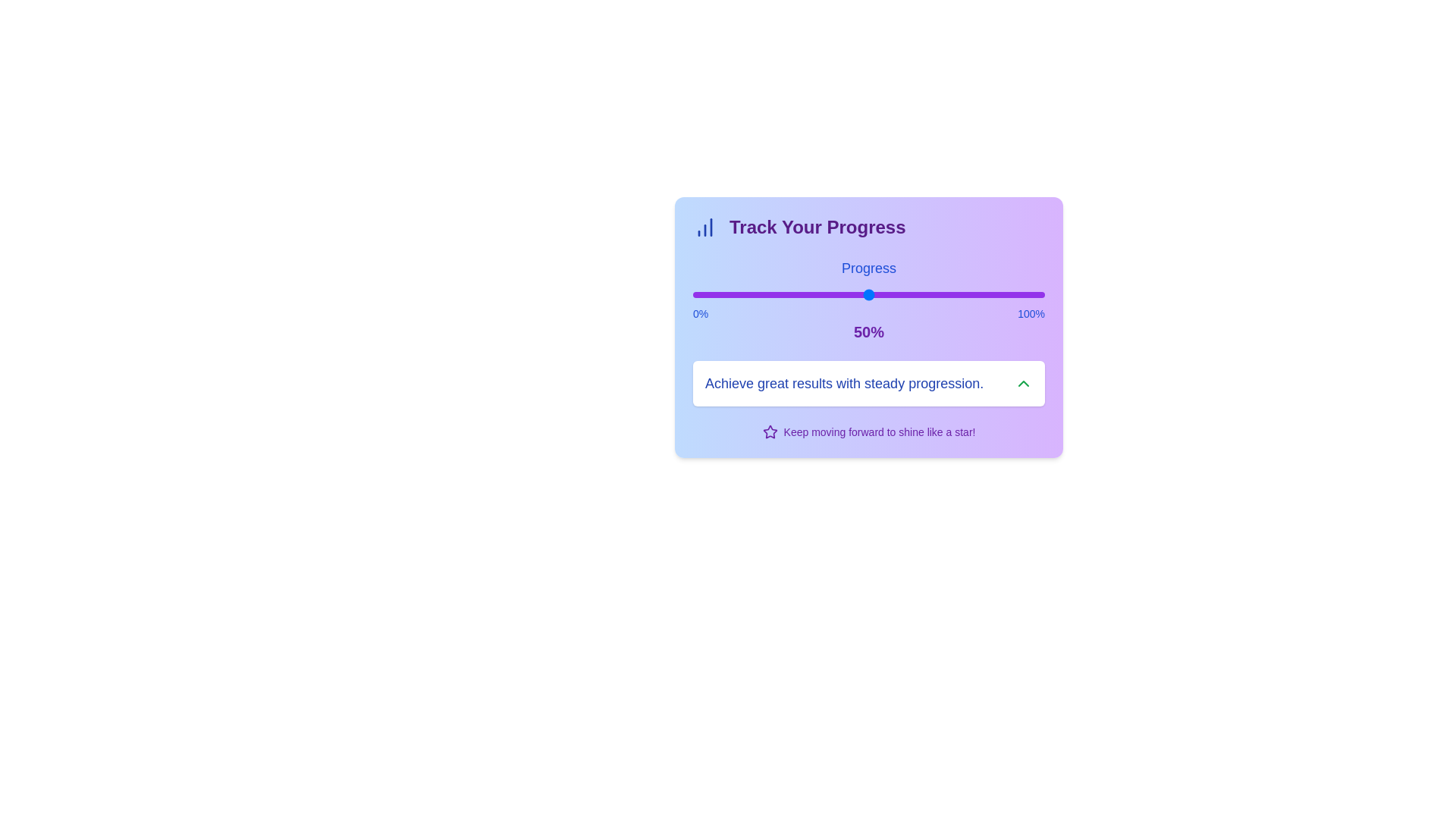  What do you see at coordinates (704, 227) in the screenshot?
I see `the blue bar chart icon located to the left of the 'Track Your Progress' title text at the top of the interface` at bounding box center [704, 227].